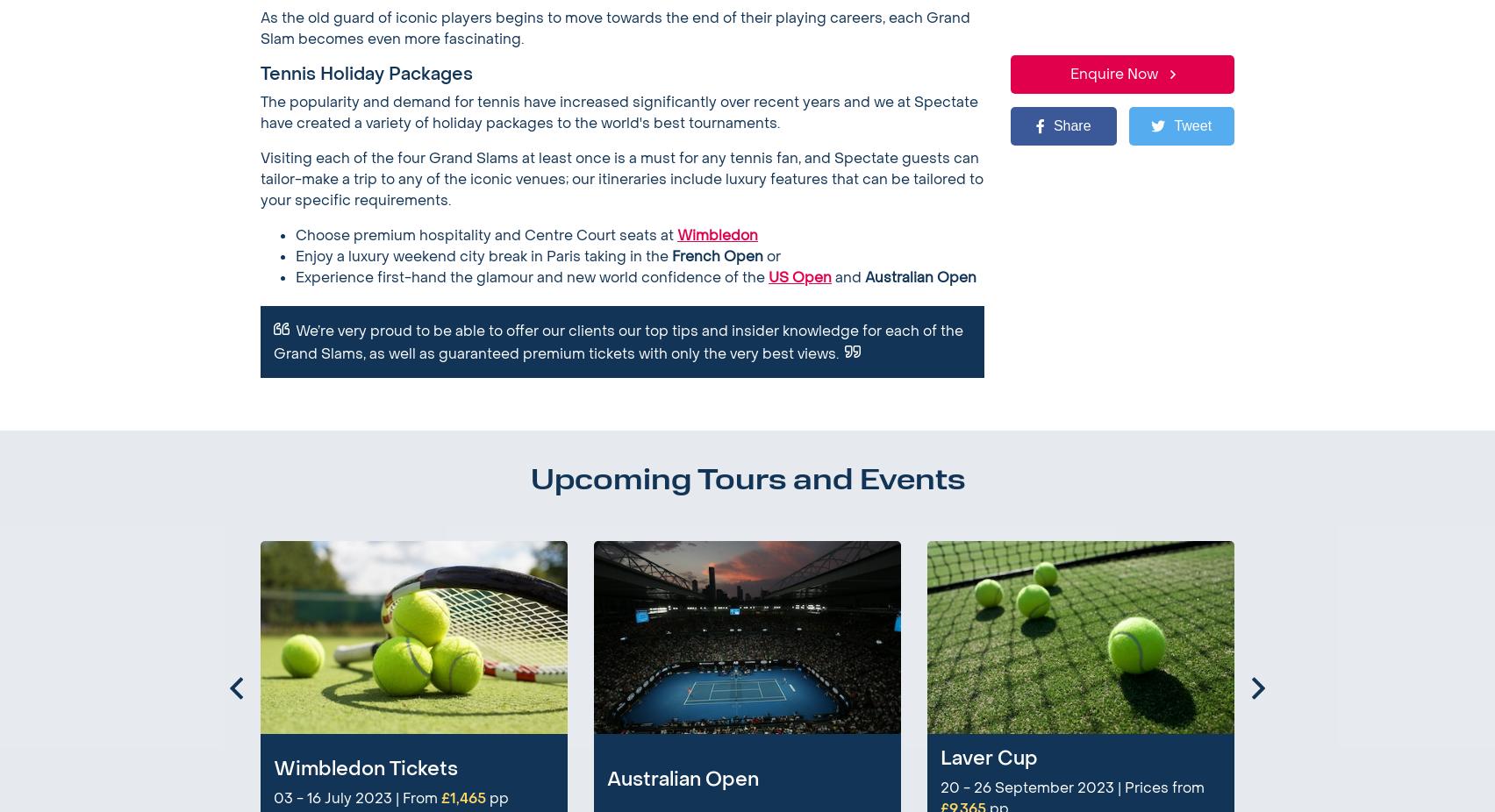 The width and height of the screenshot is (1495, 812). I want to click on 'Enquire Now', so click(694, 179).